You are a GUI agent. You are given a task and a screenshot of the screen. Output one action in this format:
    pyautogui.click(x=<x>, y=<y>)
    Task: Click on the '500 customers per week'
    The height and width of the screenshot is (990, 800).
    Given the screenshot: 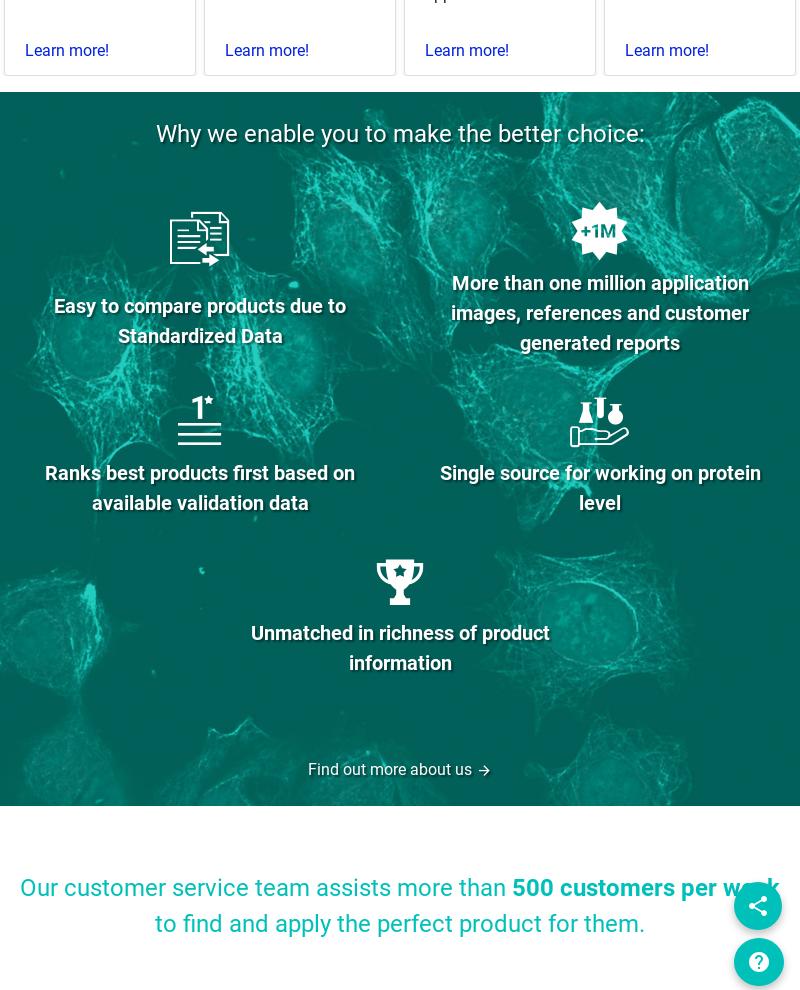 What is the action you would take?
    pyautogui.click(x=645, y=888)
    